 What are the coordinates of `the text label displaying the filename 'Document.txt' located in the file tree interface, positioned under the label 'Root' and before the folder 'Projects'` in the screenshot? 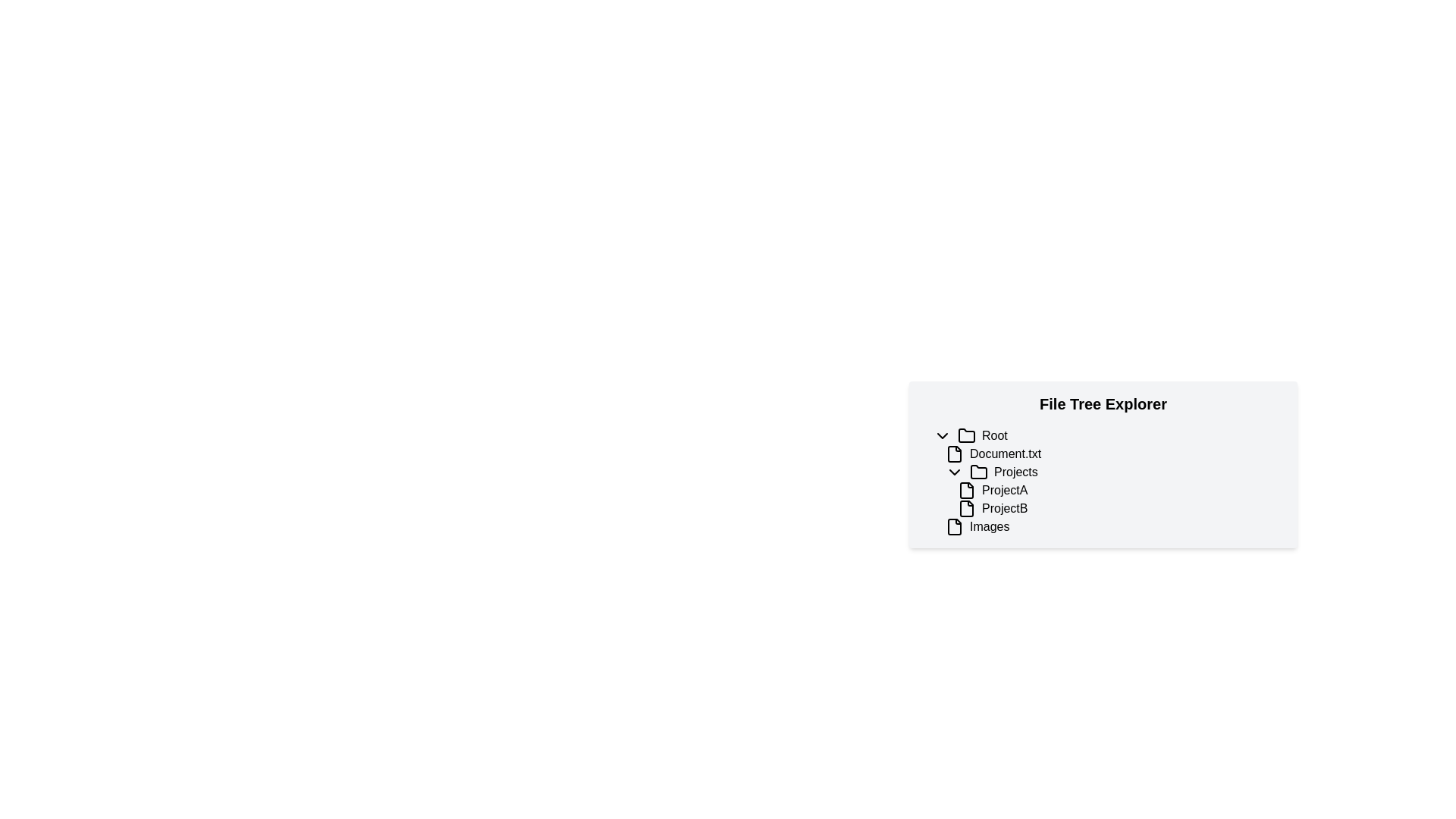 It's located at (1005, 453).